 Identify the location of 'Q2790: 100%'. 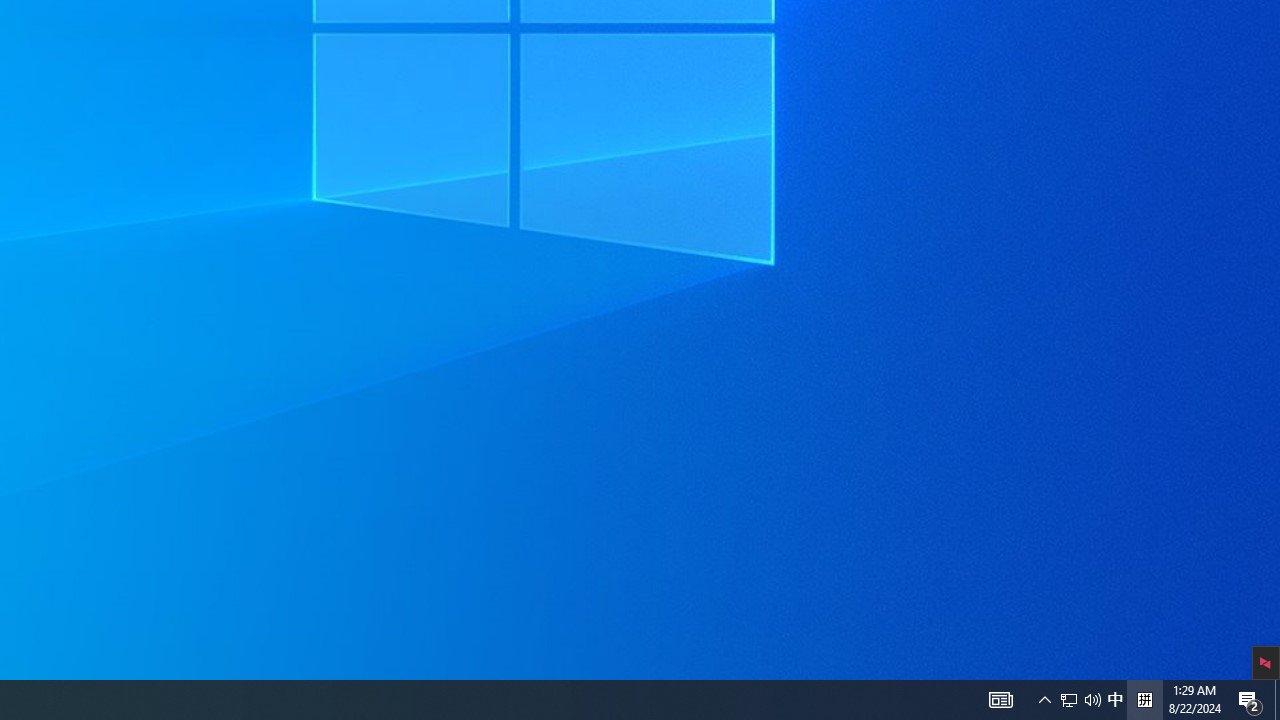
(1114, 698).